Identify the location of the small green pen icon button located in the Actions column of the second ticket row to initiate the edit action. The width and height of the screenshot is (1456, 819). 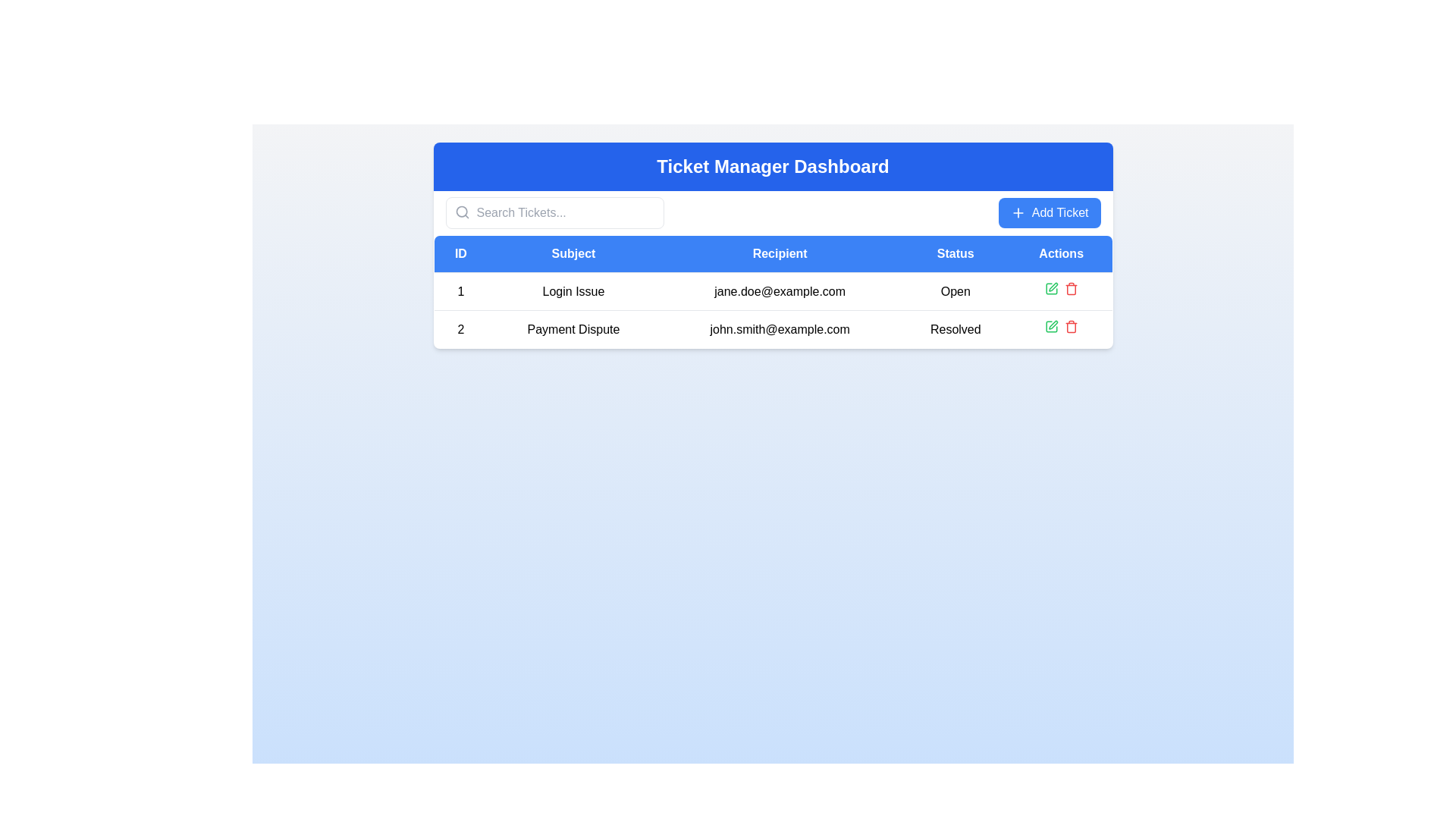
(1050, 289).